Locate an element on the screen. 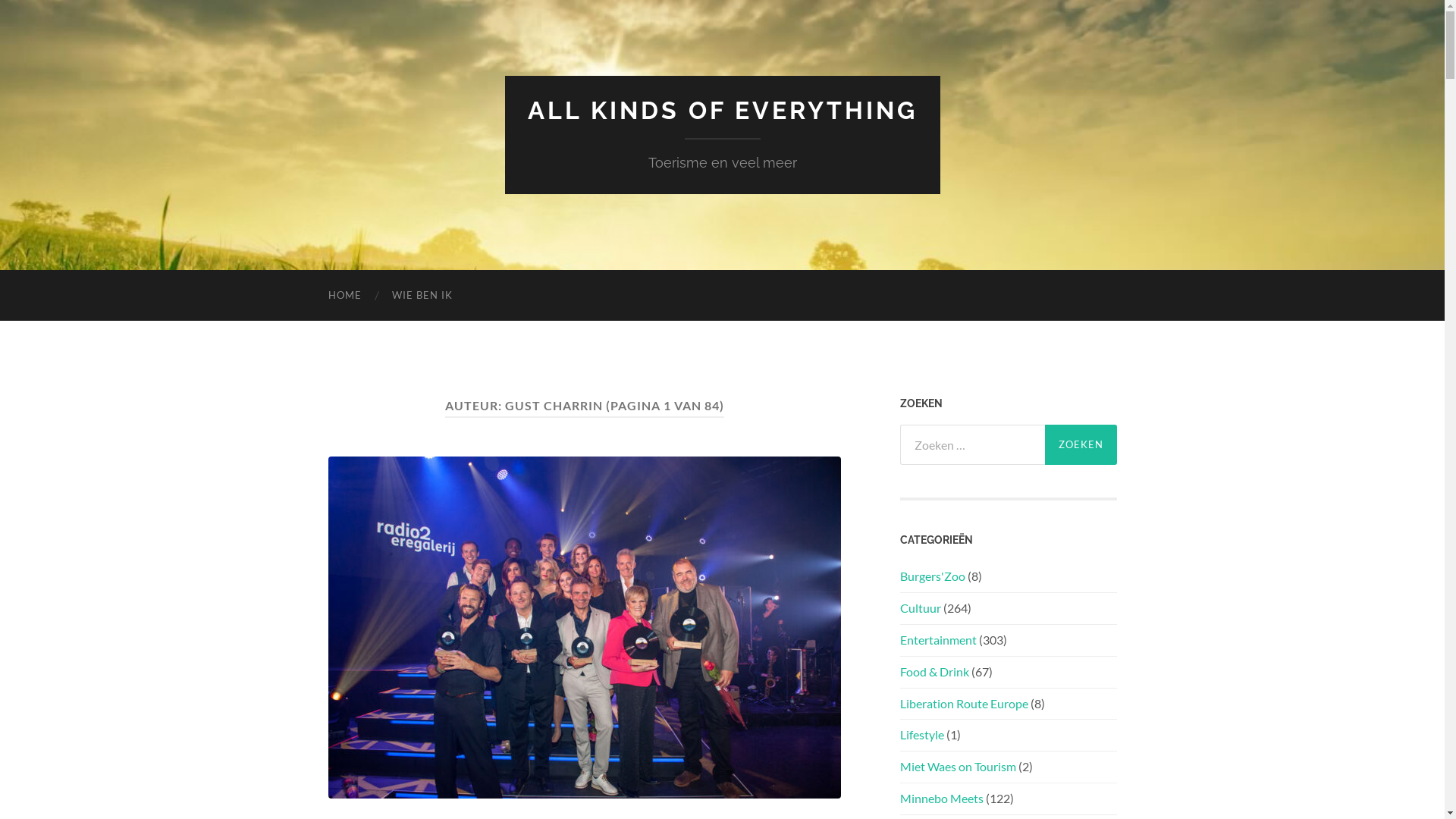 Image resolution: width=1456 pixels, height=819 pixels. 'Entertainment' is located at coordinates (937, 639).